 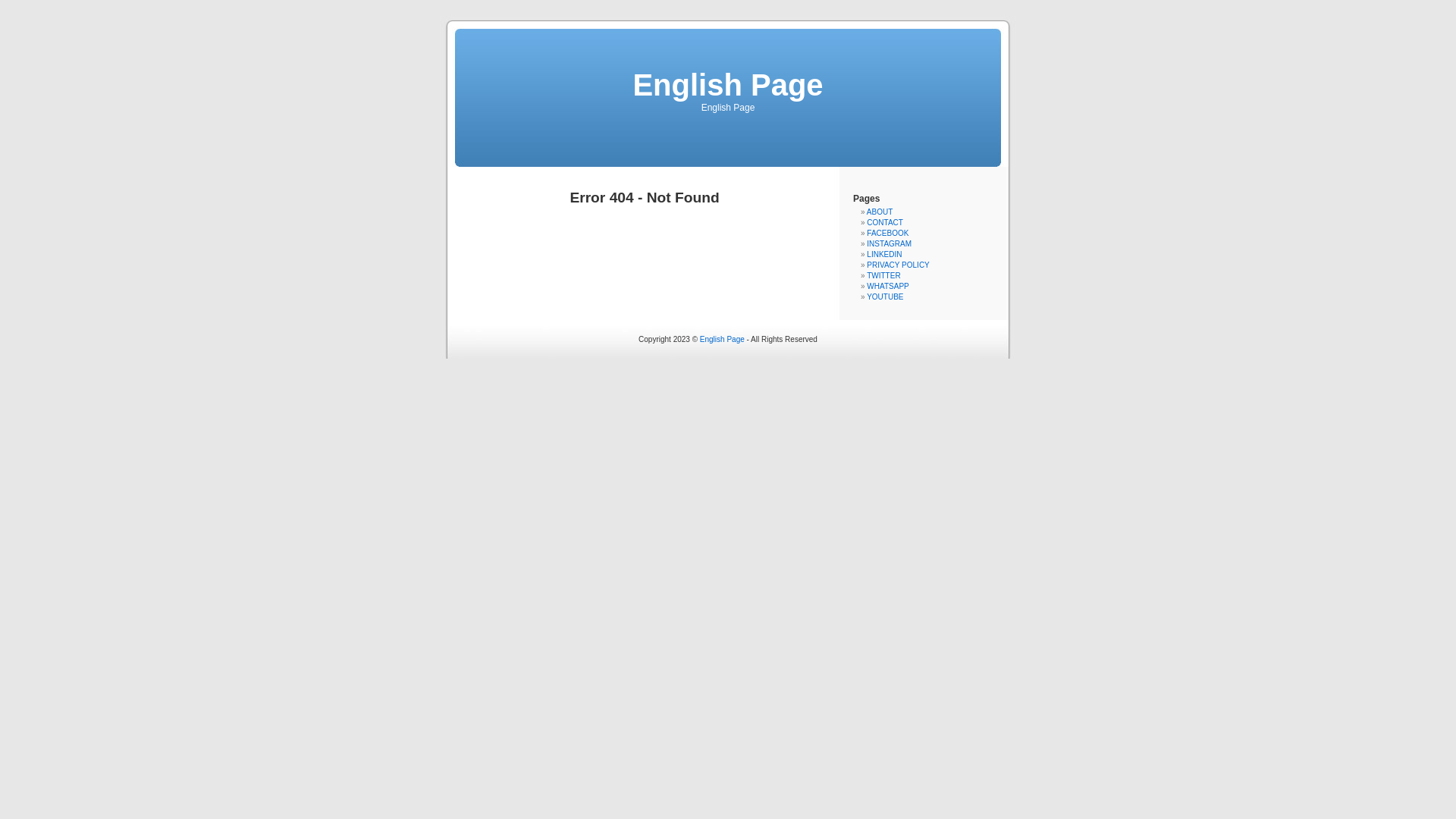 What do you see at coordinates (721, 338) in the screenshot?
I see `'English Page'` at bounding box center [721, 338].